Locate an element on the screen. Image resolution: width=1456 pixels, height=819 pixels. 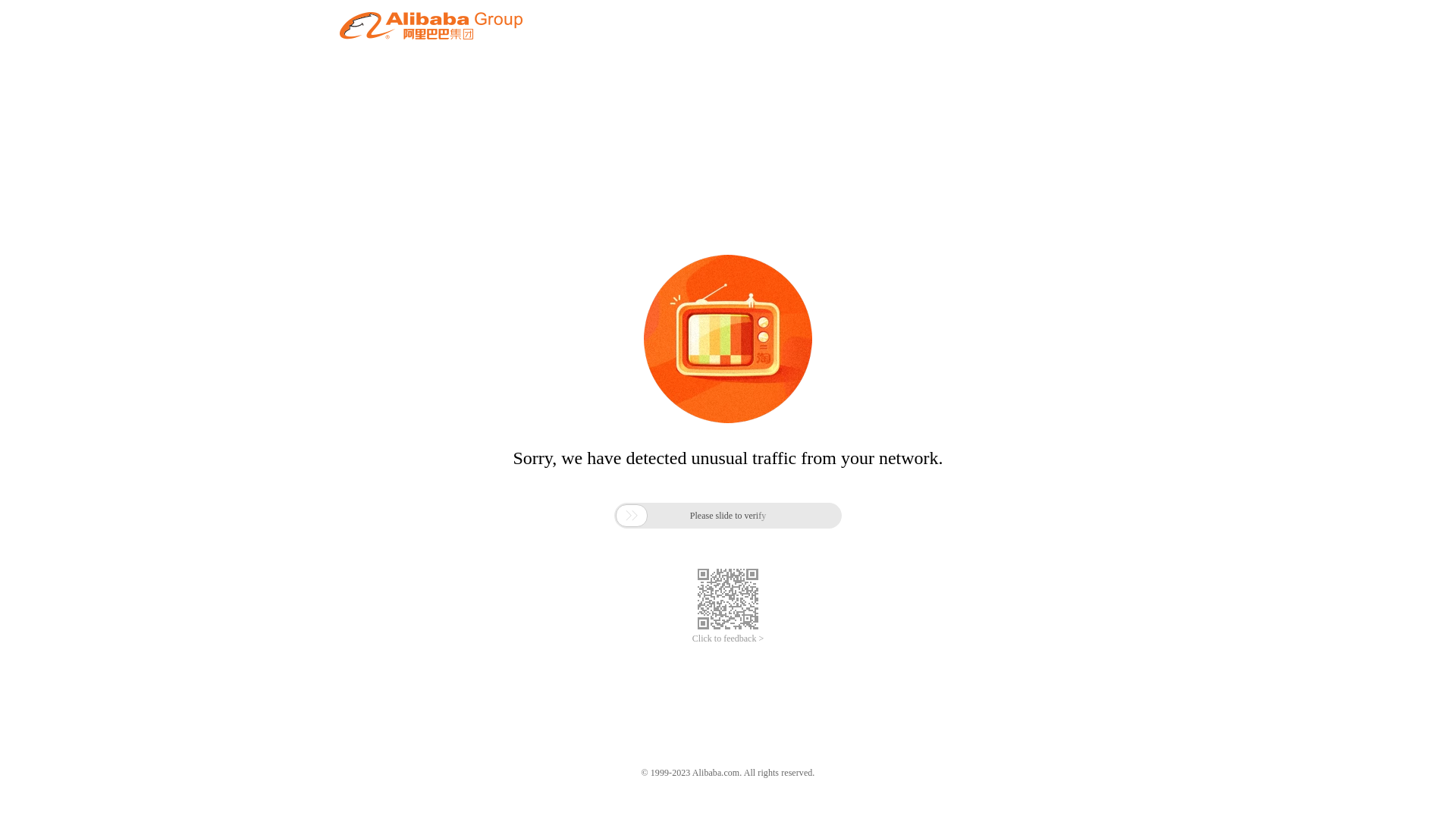
'Click to feedback >' is located at coordinates (728, 639).